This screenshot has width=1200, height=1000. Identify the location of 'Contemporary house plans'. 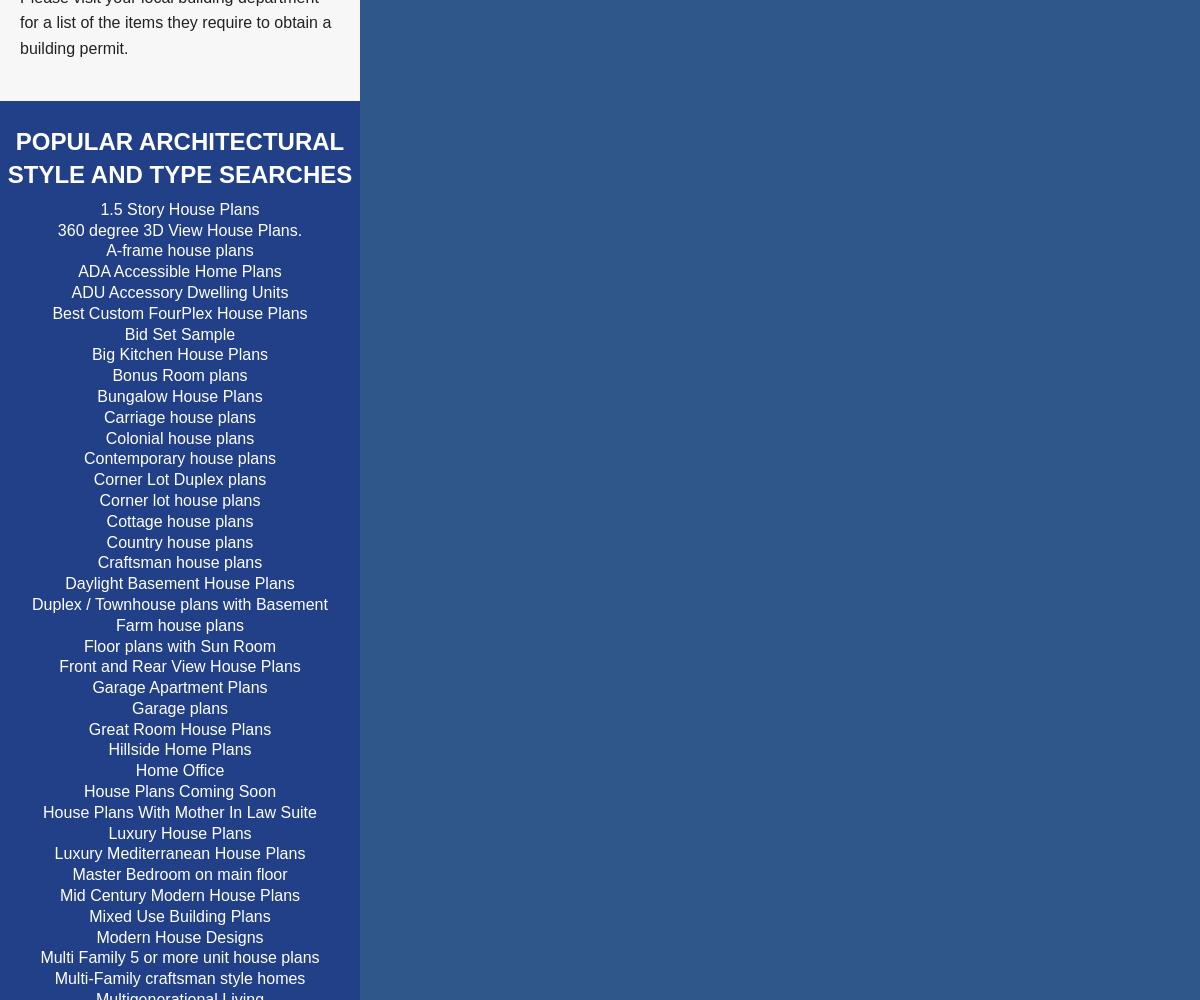
(178, 457).